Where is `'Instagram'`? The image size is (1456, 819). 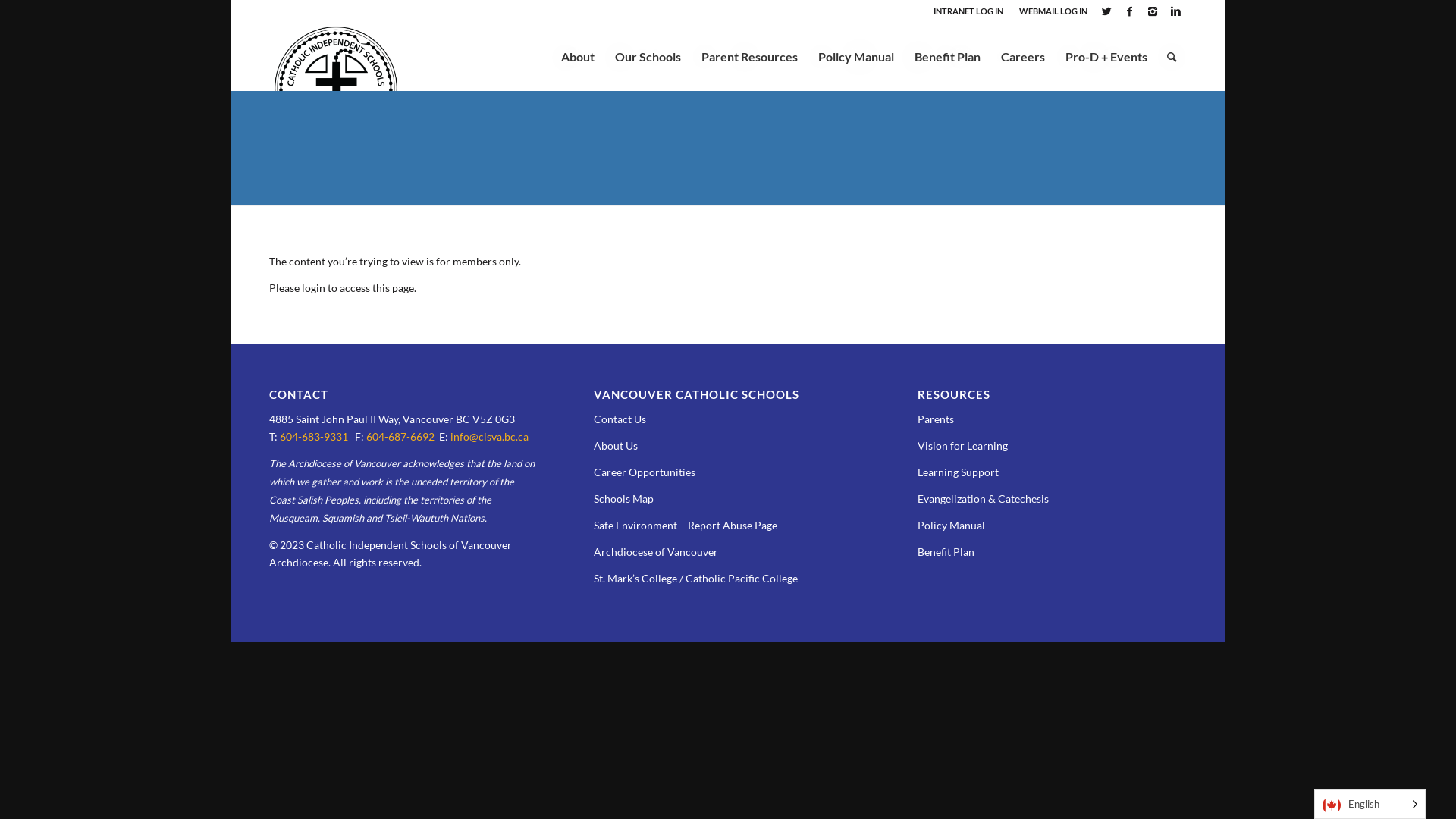
'Instagram' is located at coordinates (1152, 11).